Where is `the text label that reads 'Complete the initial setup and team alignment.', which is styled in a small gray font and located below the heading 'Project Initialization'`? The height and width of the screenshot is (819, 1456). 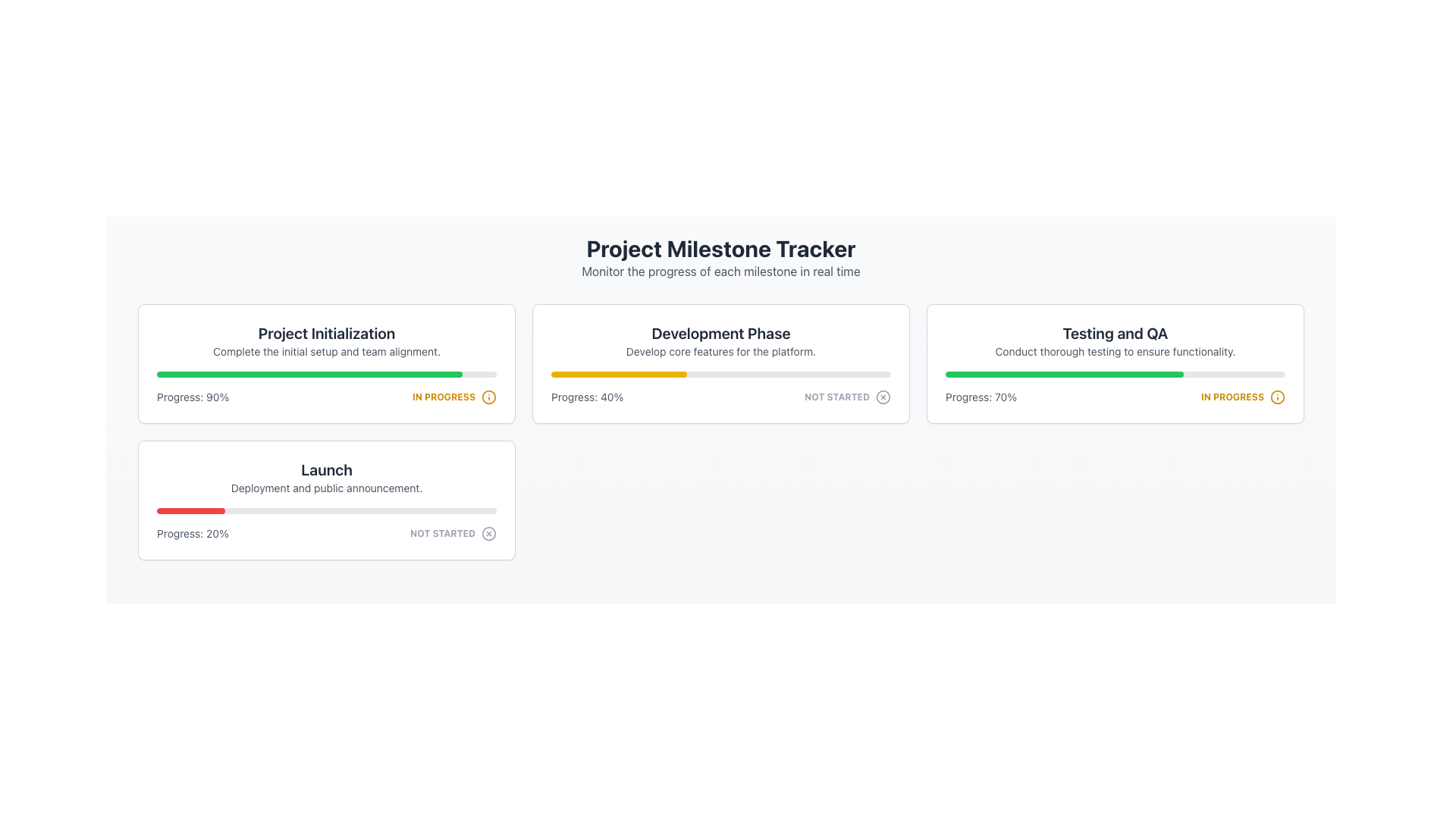
the text label that reads 'Complete the initial setup and team alignment.', which is styled in a small gray font and located below the heading 'Project Initialization' is located at coordinates (326, 351).